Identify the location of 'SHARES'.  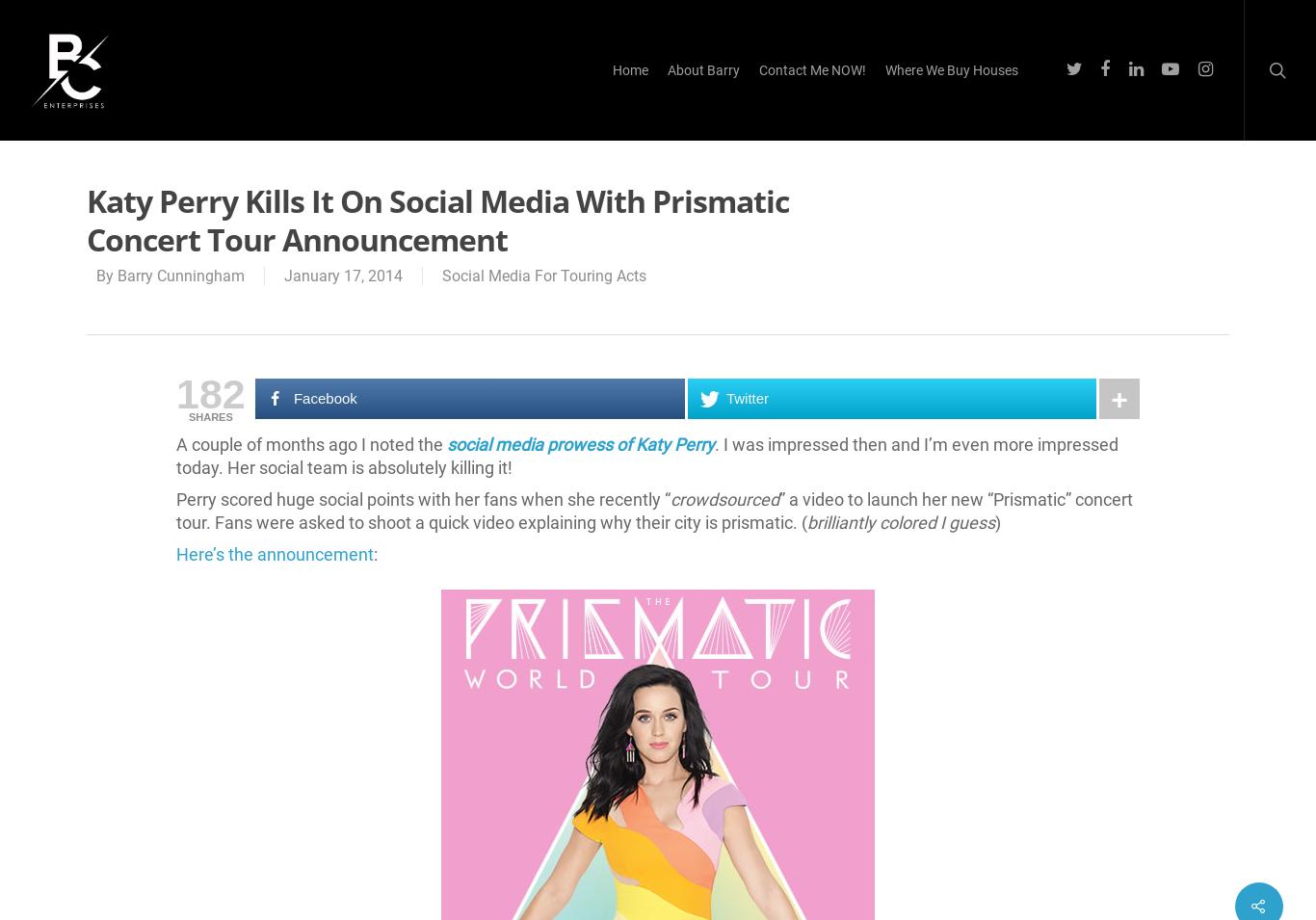
(187, 415).